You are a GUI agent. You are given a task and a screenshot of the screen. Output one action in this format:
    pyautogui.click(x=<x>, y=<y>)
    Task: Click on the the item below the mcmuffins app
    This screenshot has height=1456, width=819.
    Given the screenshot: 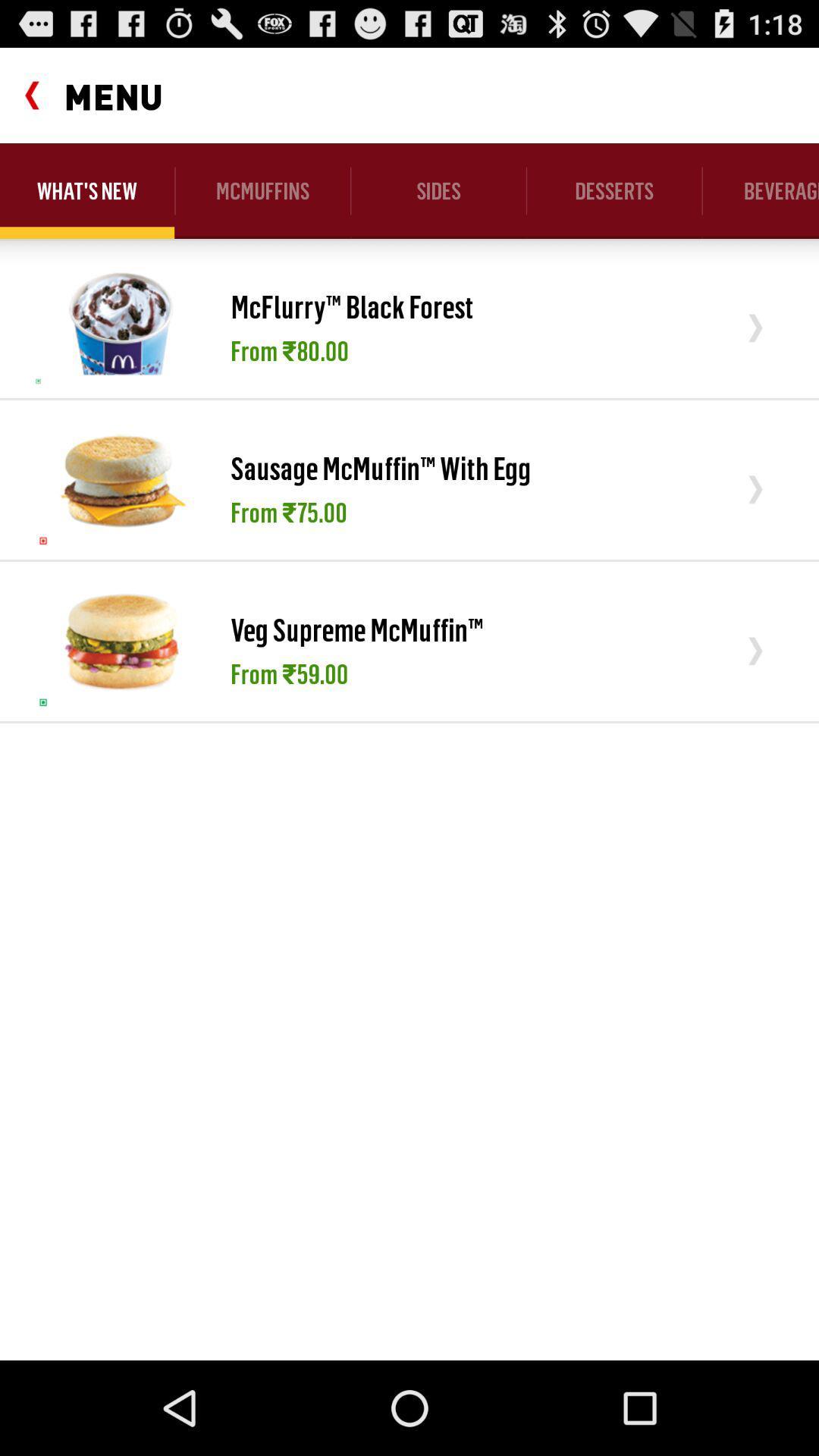 What is the action you would take?
    pyautogui.click(x=352, y=311)
    